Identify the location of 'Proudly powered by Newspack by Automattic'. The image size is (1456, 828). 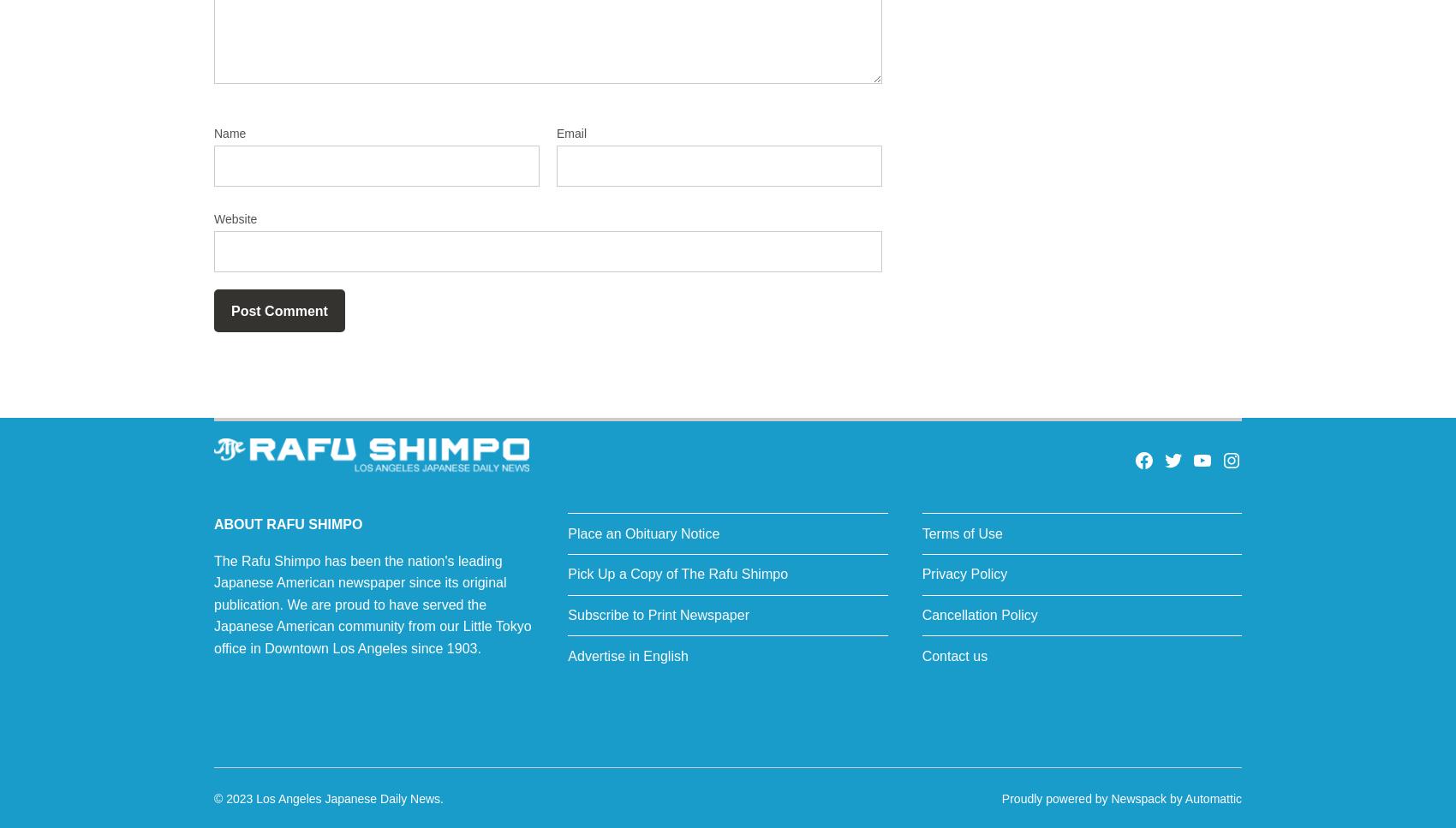
(1121, 796).